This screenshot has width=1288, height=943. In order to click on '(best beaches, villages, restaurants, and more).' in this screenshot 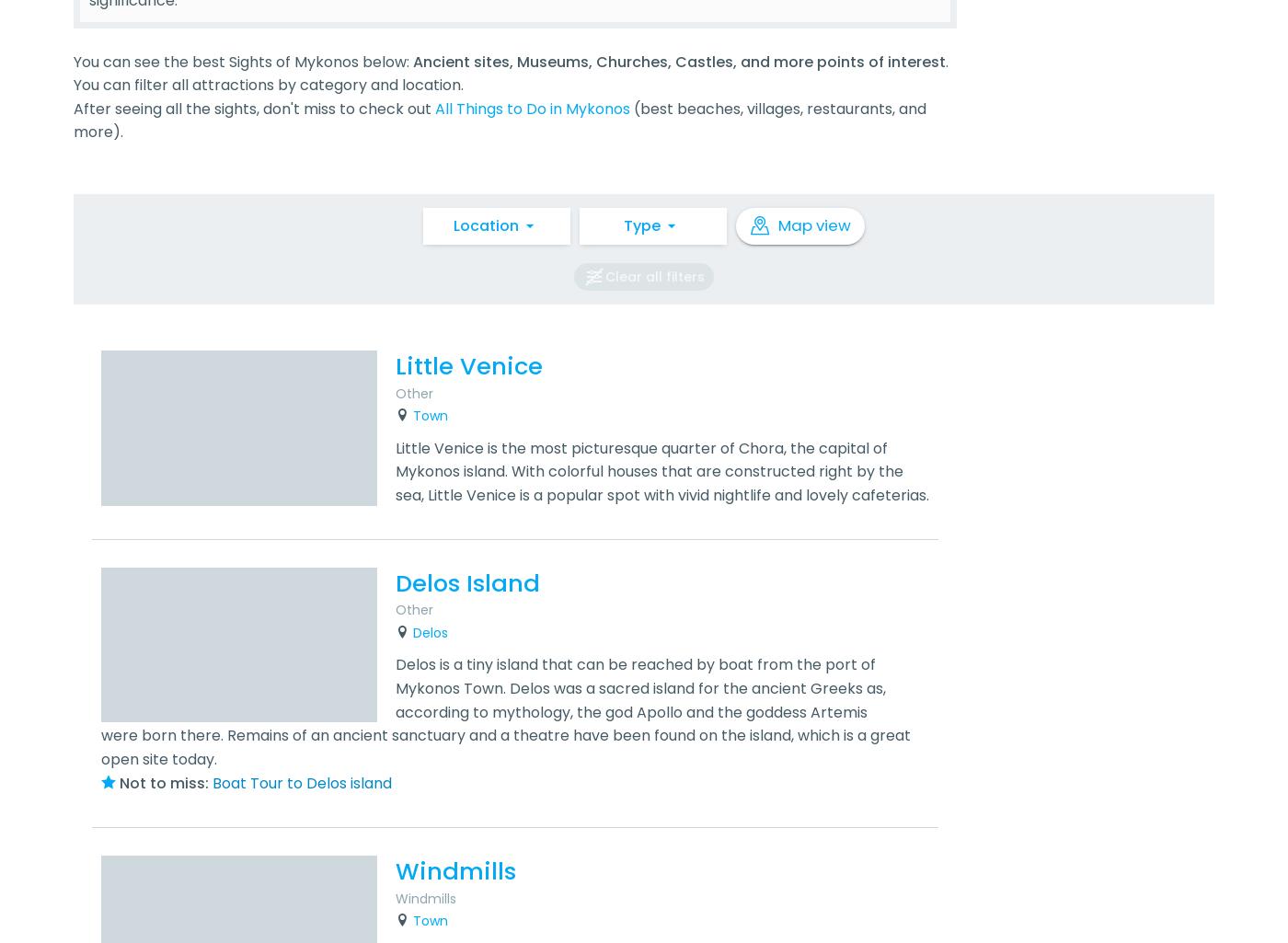, I will do `click(500, 120)`.